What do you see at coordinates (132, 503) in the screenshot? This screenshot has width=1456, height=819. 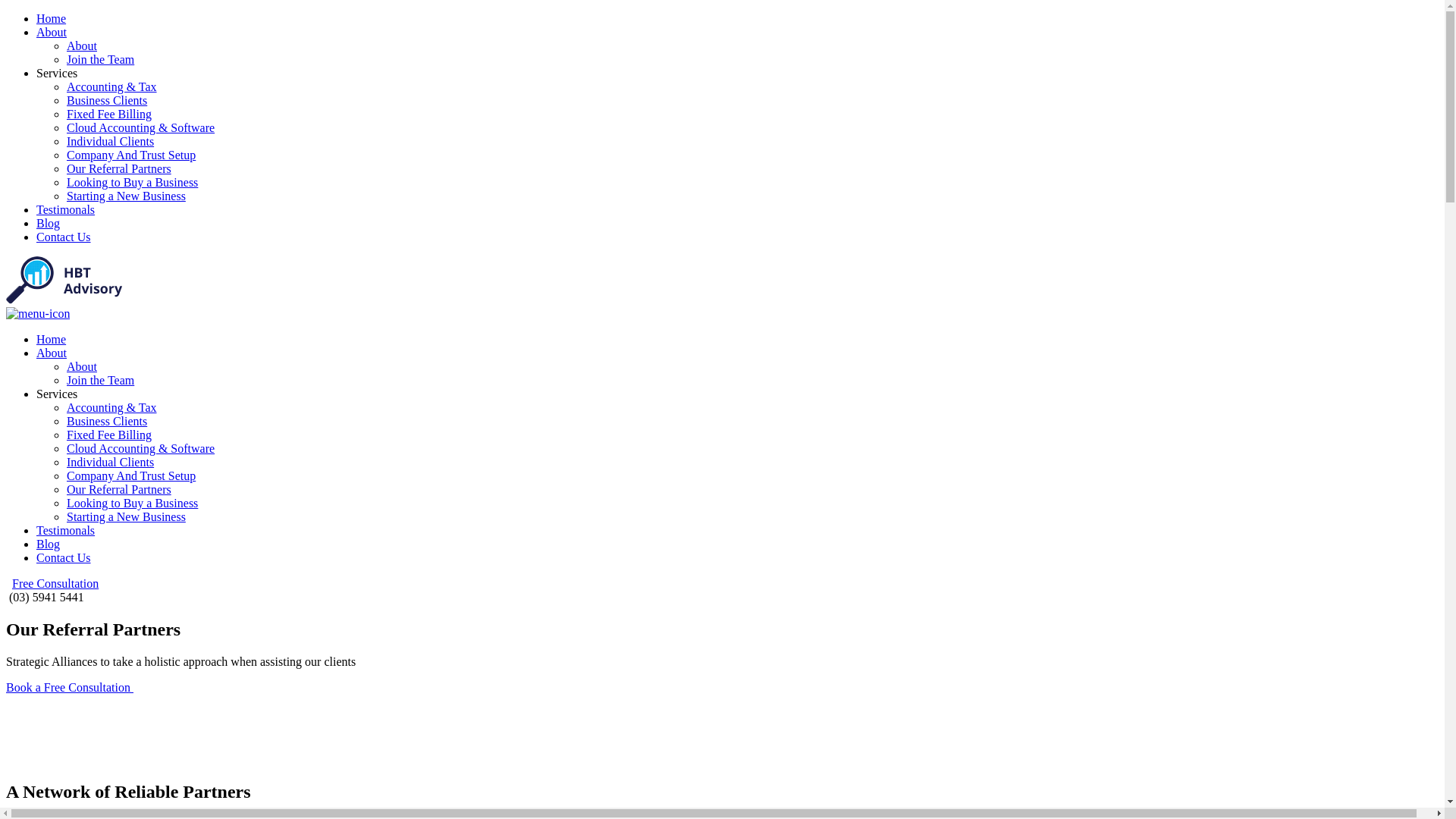 I see `'Looking to Buy a Business'` at bounding box center [132, 503].